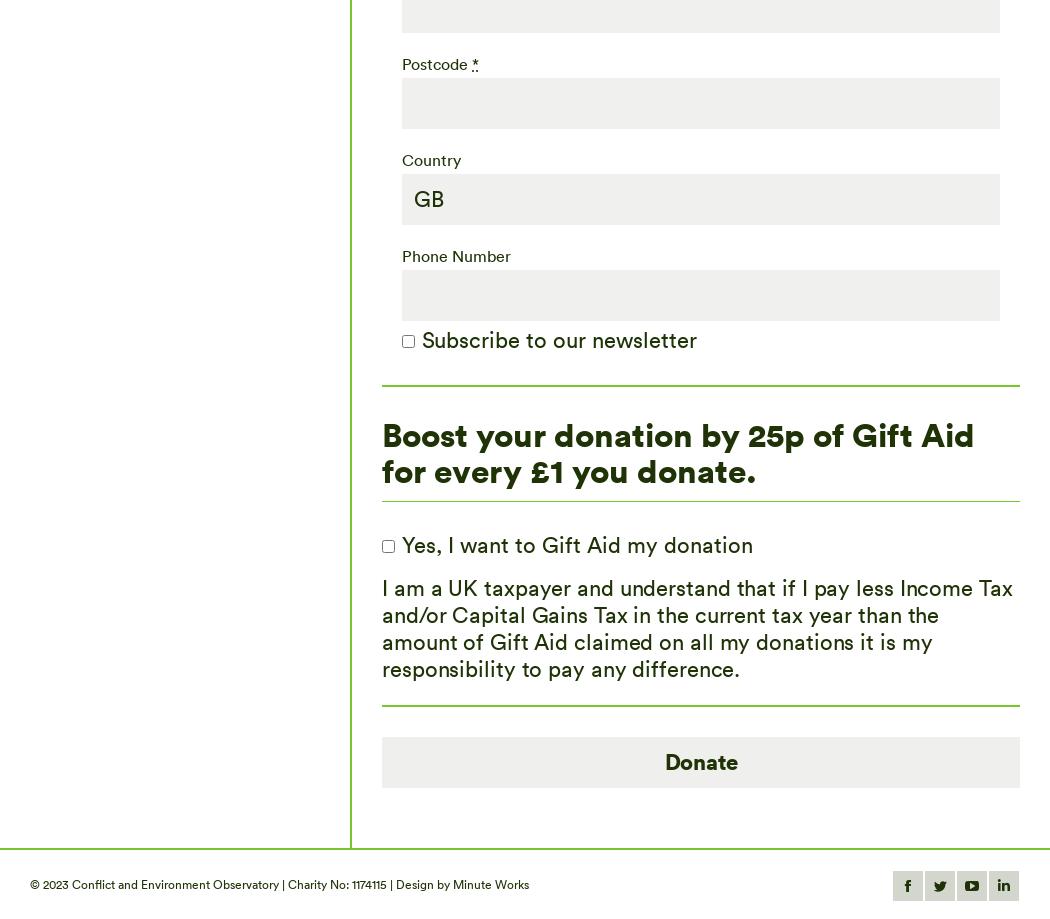 The width and height of the screenshot is (1050, 919). Describe the element at coordinates (757, 881) in the screenshot. I see `'Find us on:'` at that location.